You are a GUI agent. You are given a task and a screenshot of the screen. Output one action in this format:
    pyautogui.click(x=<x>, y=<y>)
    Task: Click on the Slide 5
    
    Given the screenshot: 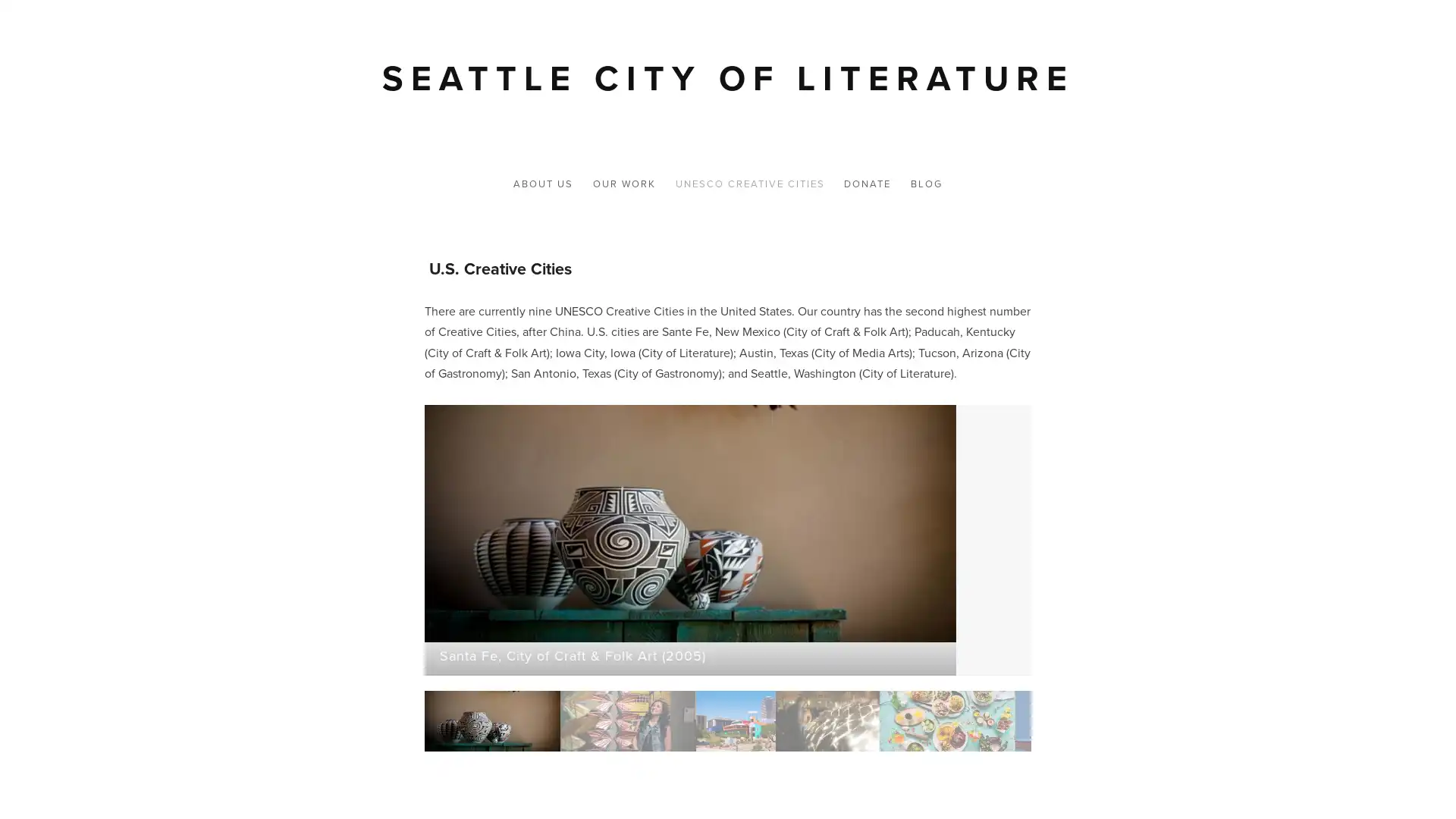 What is the action you would take?
    pyautogui.click(x=742, y=720)
    